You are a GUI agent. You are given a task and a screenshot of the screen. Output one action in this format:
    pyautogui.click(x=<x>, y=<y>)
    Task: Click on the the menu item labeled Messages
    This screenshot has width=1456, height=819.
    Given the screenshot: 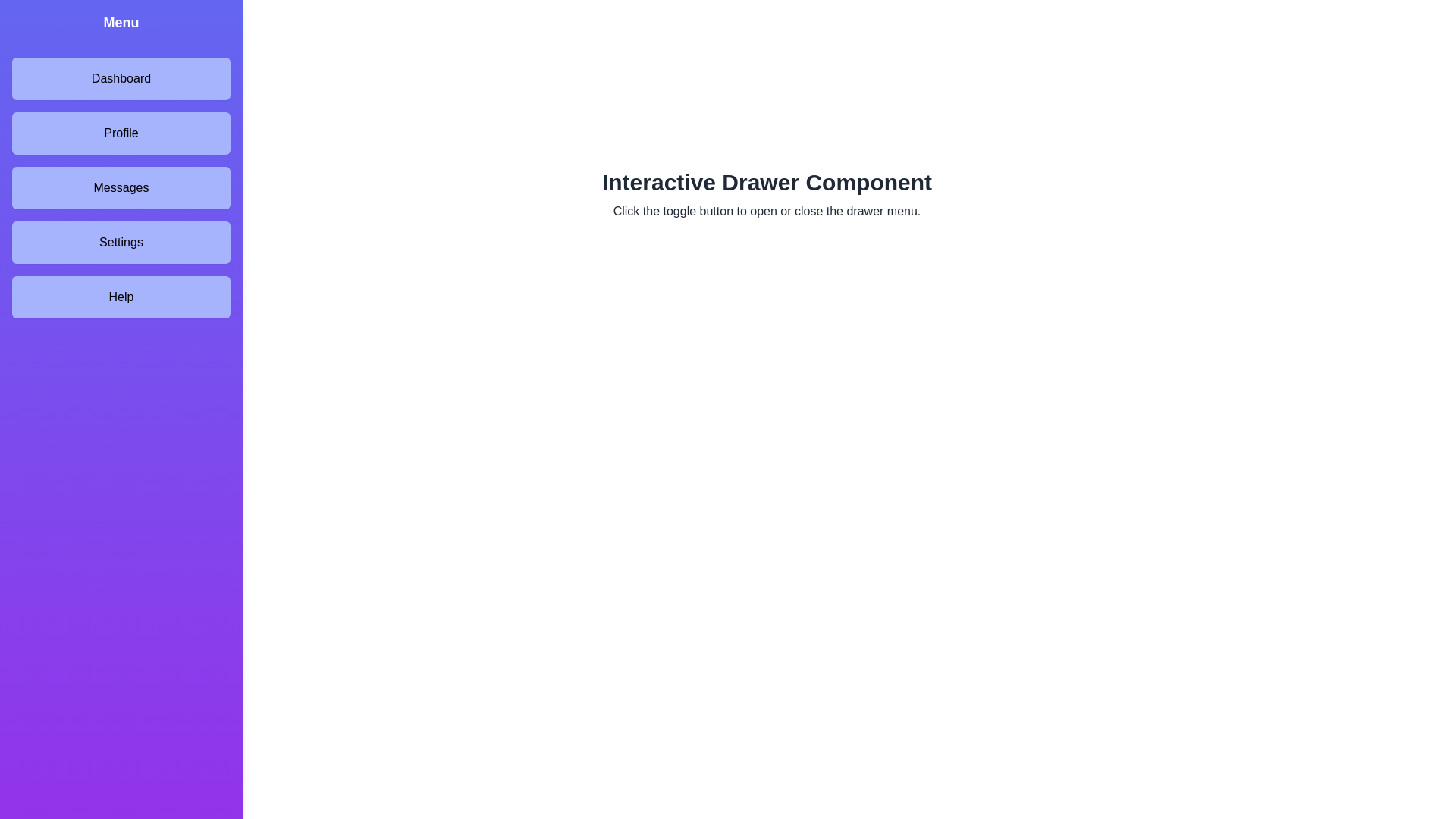 What is the action you would take?
    pyautogui.click(x=120, y=187)
    